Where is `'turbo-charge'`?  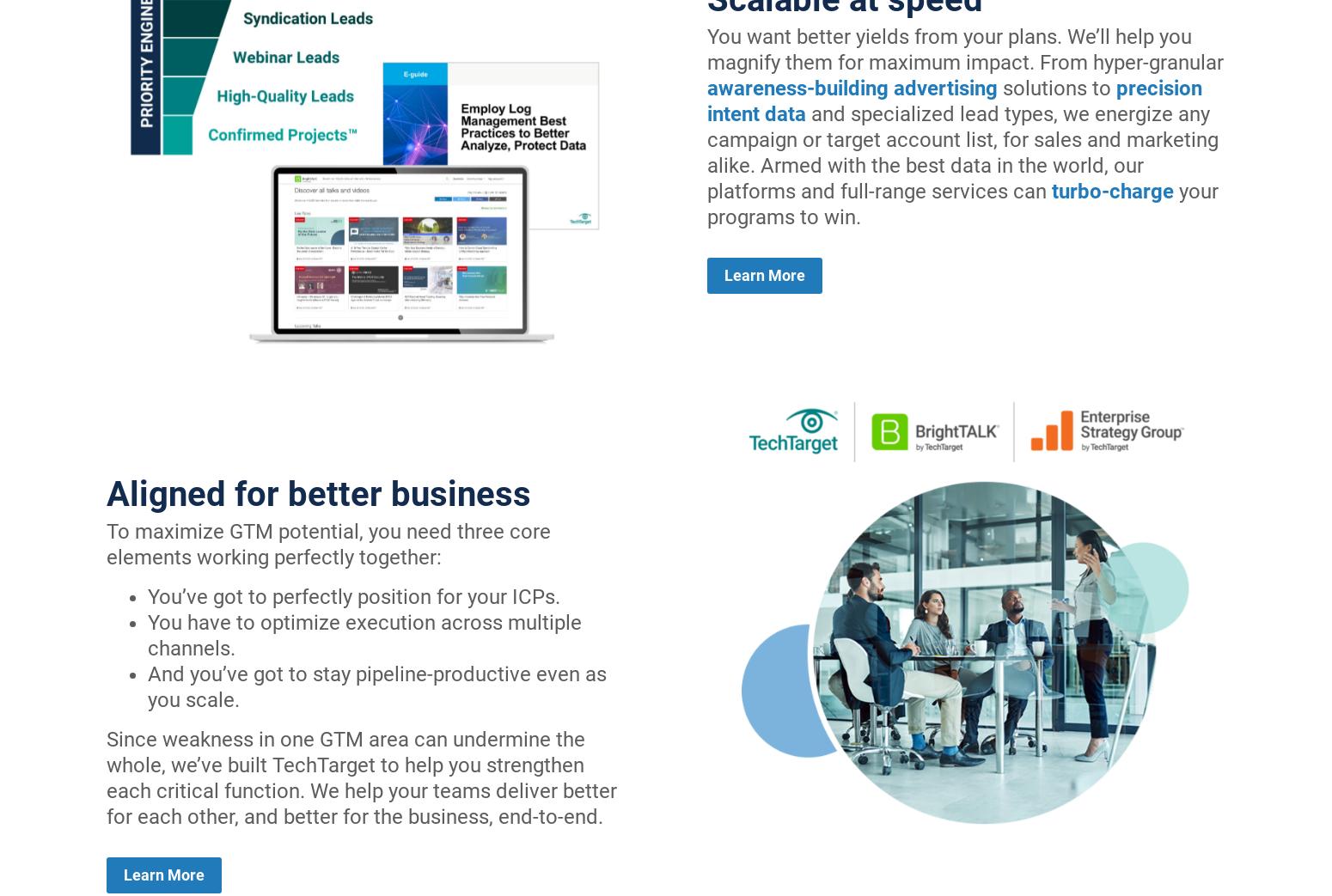
'turbo-charge' is located at coordinates (1112, 190).